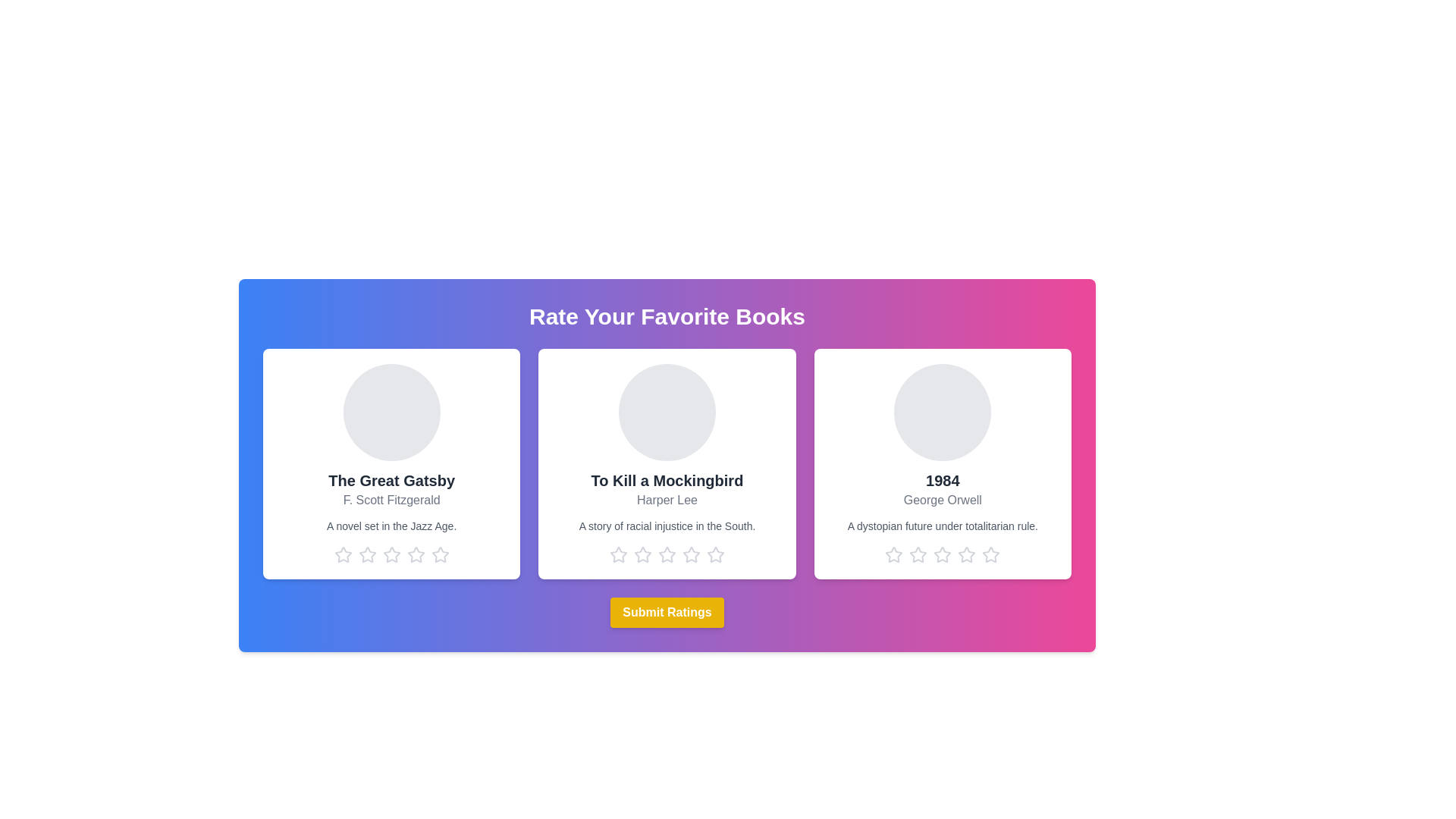  Describe the element at coordinates (416, 555) in the screenshot. I see `the star corresponding to 4 stars for the book titled The Great Gatsby` at that location.